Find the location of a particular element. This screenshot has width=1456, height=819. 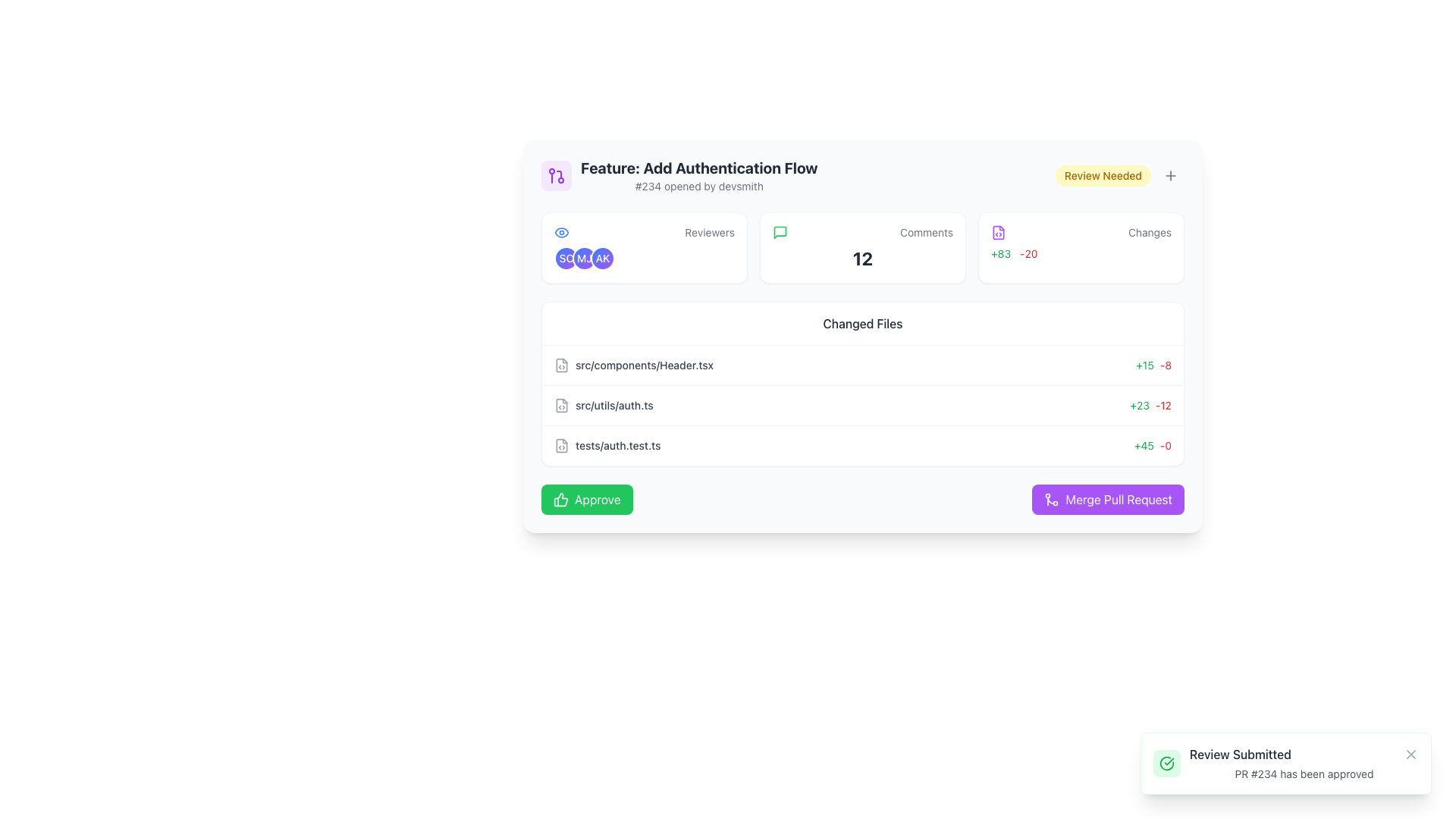

the circular icon with a green outline and a checkmark inside it, located in the bottom-right corner of the notification card, to the left of the text 'Review Submitted' is located at coordinates (1166, 763).